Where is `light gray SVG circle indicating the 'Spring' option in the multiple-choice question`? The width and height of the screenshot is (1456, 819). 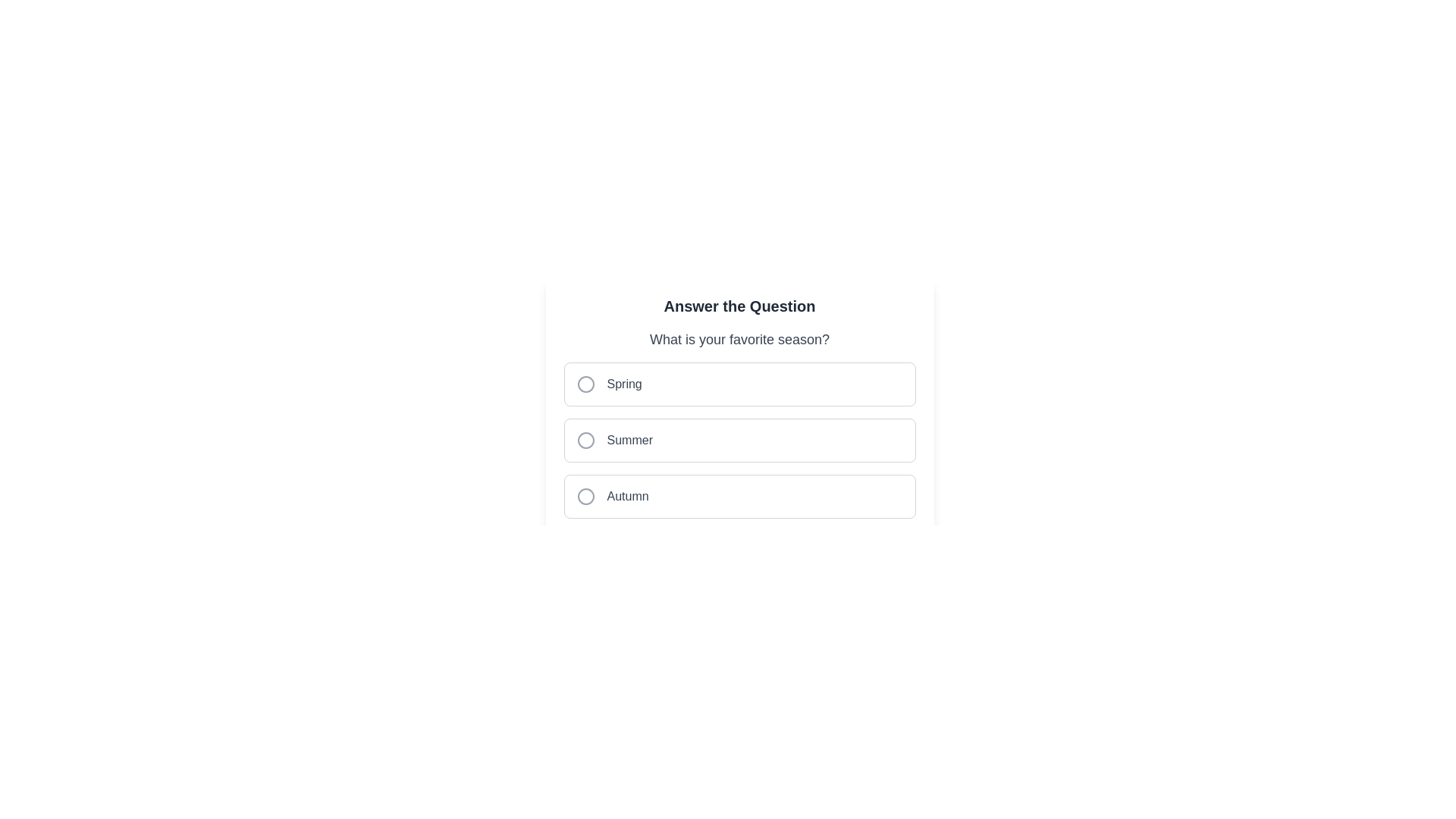 light gray SVG circle indicating the 'Spring' option in the multiple-choice question is located at coordinates (585, 383).